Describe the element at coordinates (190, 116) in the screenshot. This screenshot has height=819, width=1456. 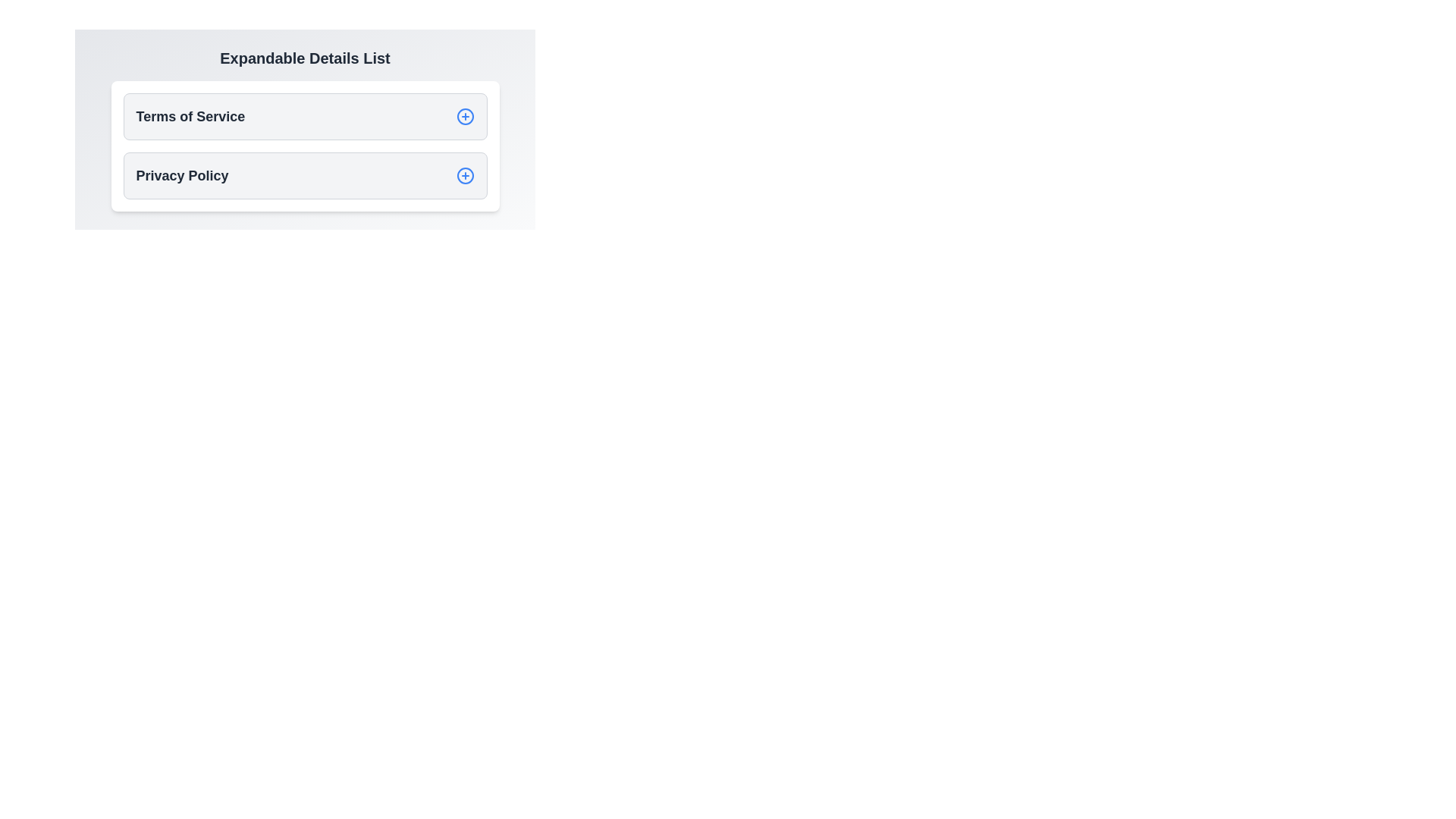
I see `label of the 'Terms of Service' text which is displayed in bold, large font near the top of an expandable list interface` at that location.